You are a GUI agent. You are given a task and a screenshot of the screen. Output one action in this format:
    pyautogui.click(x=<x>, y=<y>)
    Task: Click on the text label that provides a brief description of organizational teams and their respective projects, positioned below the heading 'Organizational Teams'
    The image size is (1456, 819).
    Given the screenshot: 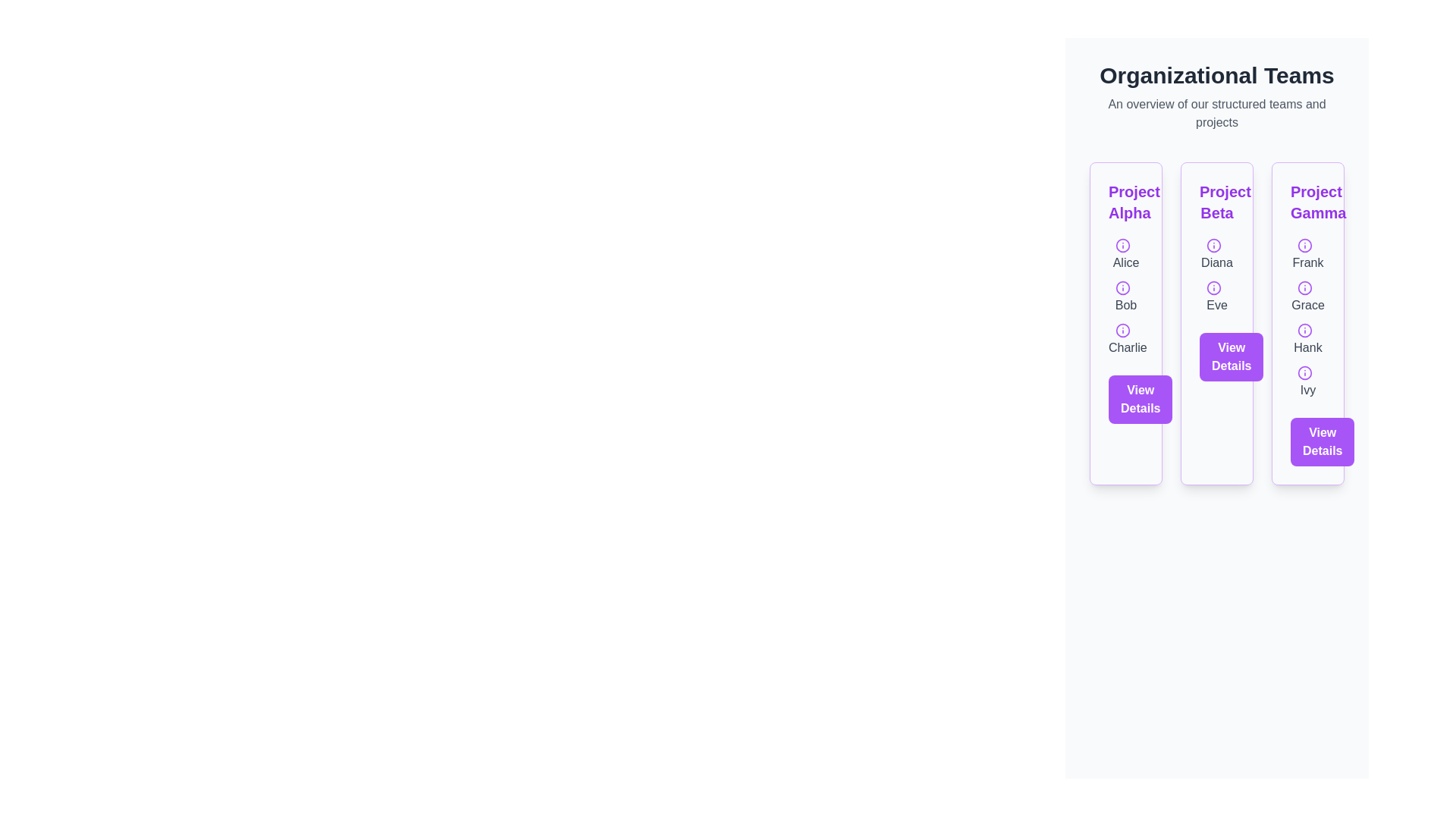 What is the action you would take?
    pyautogui.click(x=1216, y=113)
    